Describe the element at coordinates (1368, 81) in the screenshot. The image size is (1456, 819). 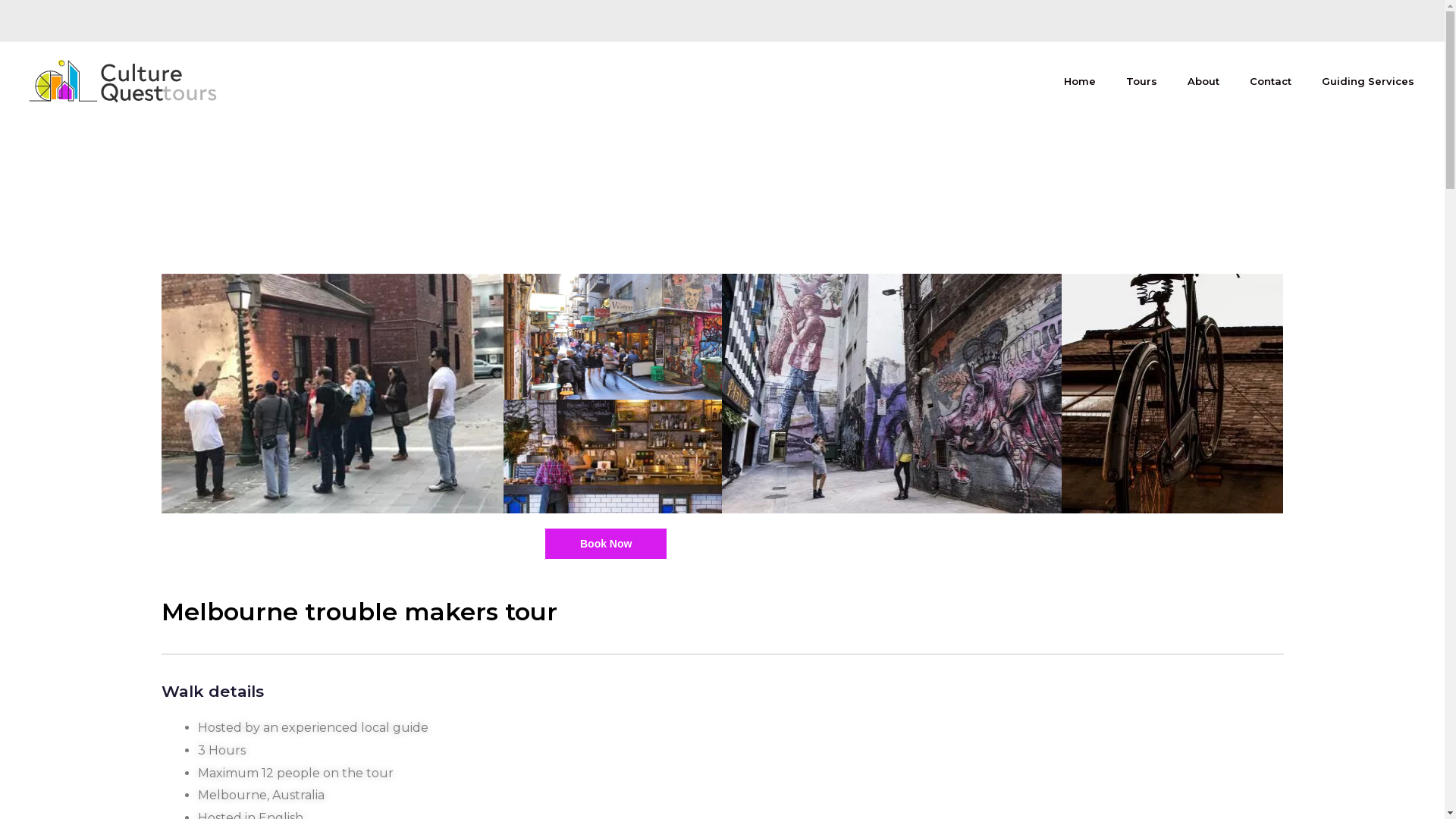
I see `'Guiding Services'` at that location.